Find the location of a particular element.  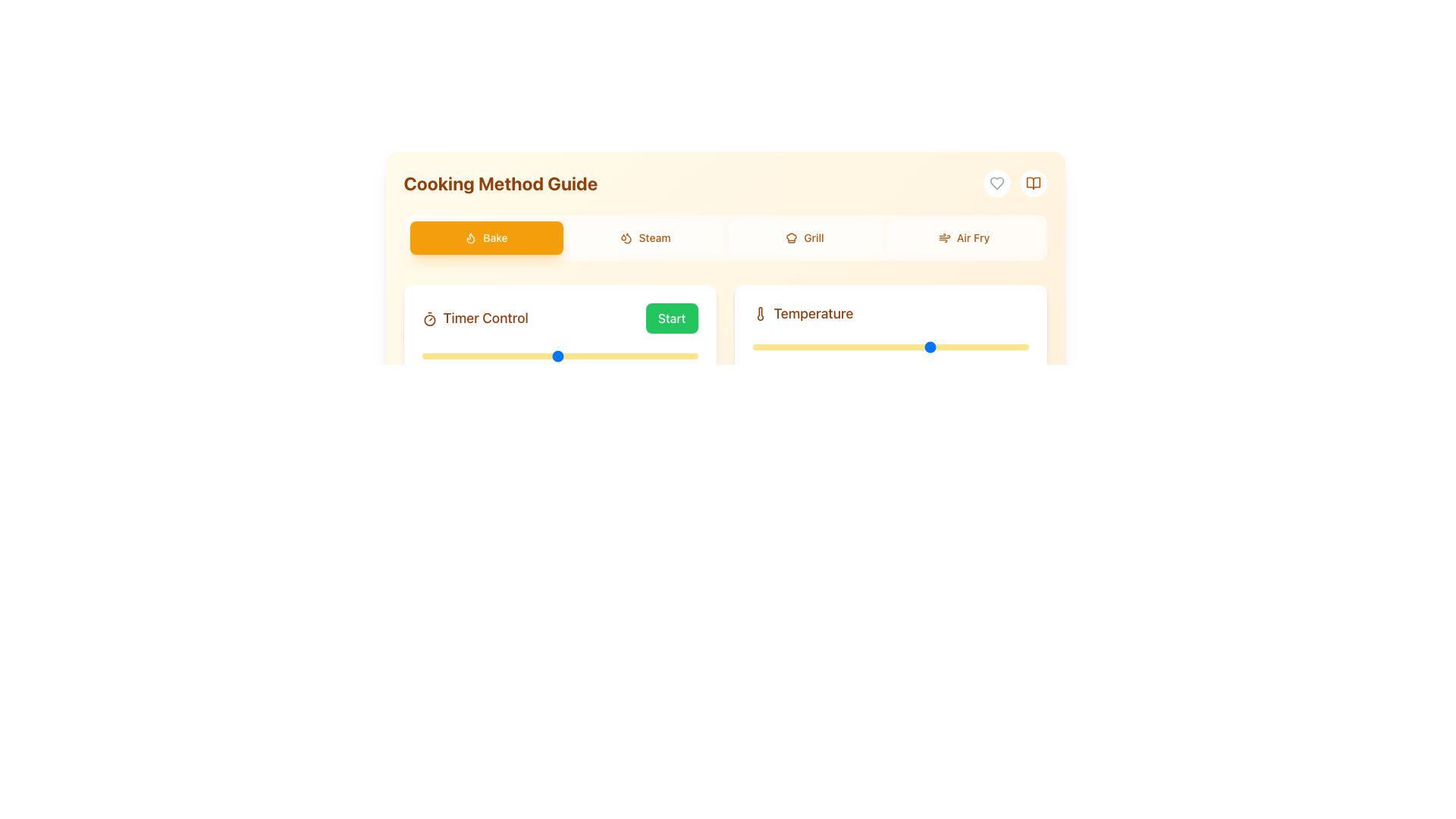

the visual appearance of the flame icon representing the 'Steam' cooking method, which is located second from the left in the row of cooking method options is located at coordinates (470, 238).